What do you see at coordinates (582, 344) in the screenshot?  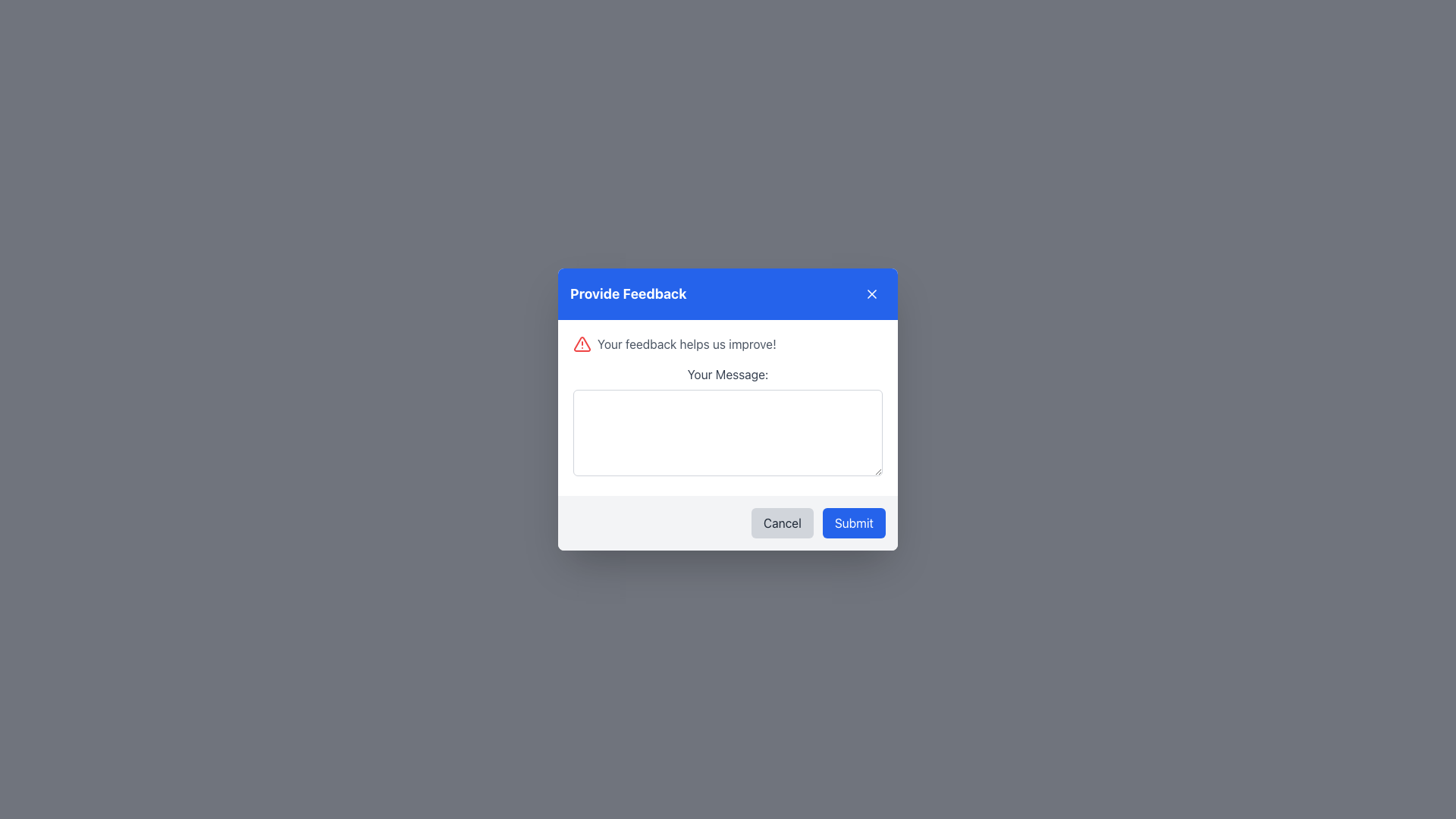 I see `the Alert icon located at the top-left of the modal dialog, positioned to the left of the text 'Your feedback helps us improve!'` at bounding box center [582, 344].